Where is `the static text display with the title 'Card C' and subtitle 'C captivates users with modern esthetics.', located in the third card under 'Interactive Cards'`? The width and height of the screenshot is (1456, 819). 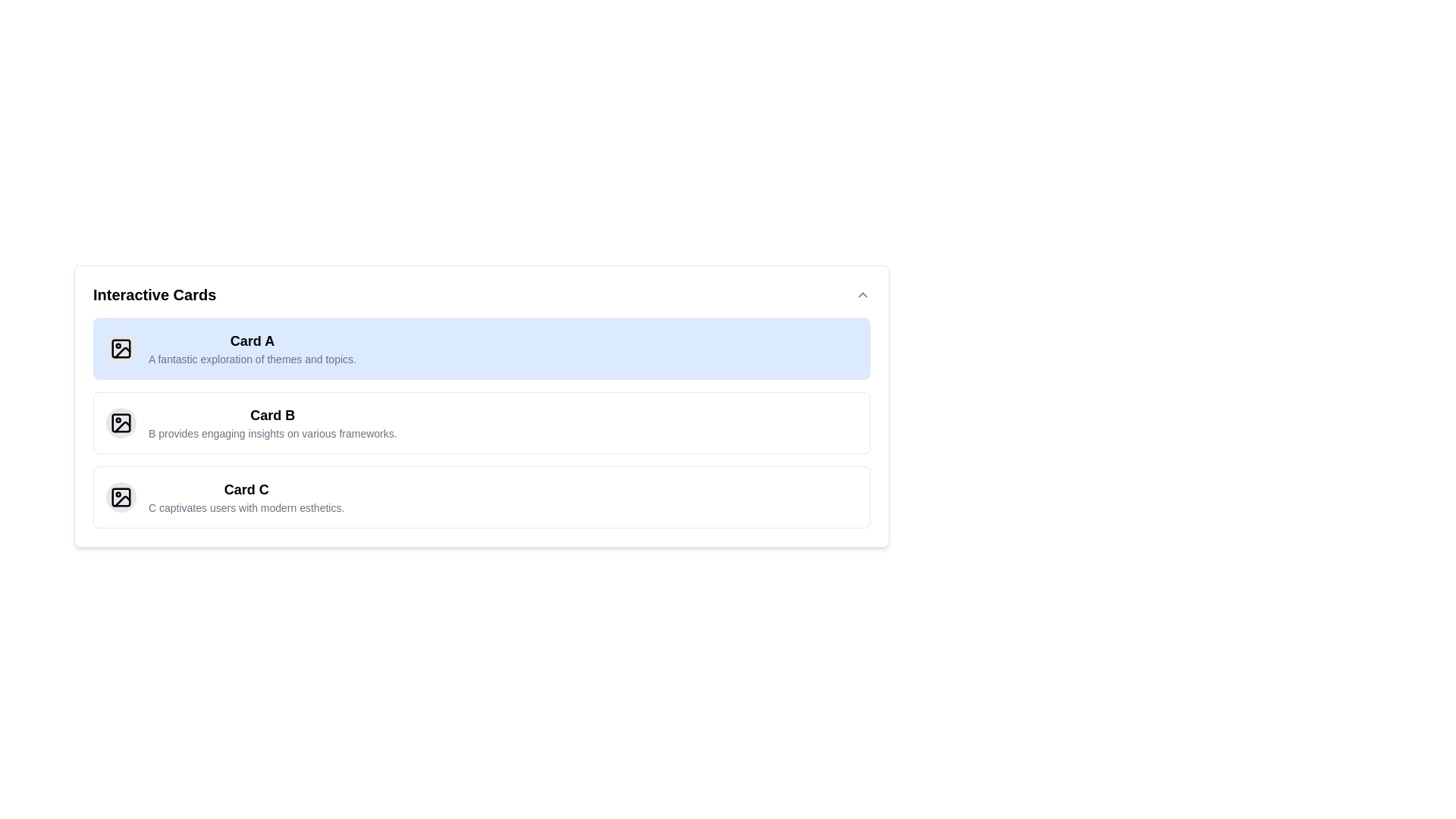 the static text display with the title 'Card C' and subtitle 'C captivates users with modern esthetics.', located in the third card under 'Interactive Cards' is located at coordinates (246, 497).